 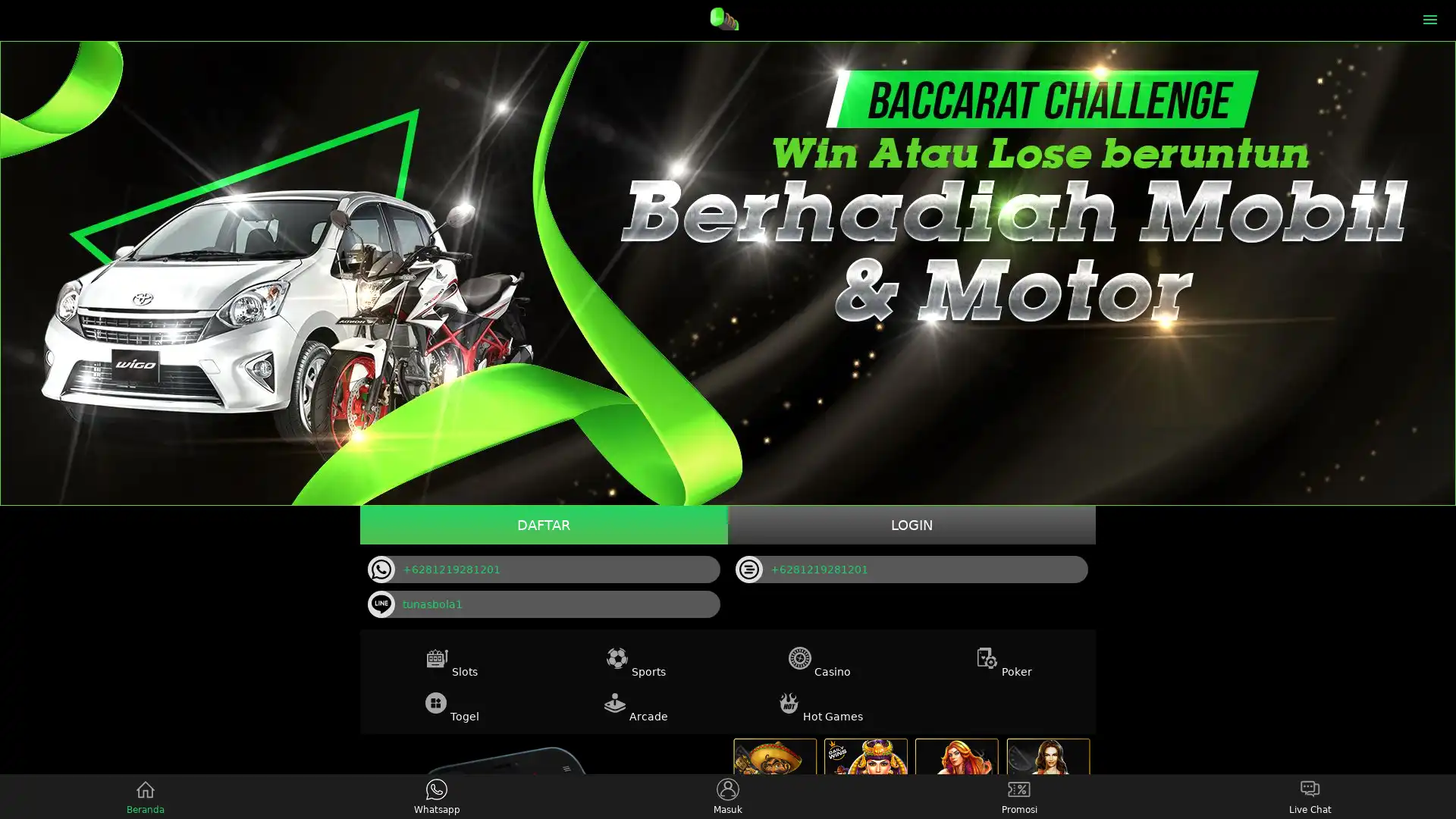 I want to click on Previous item in carousel (1 of 1), so click(x=12, y=273).